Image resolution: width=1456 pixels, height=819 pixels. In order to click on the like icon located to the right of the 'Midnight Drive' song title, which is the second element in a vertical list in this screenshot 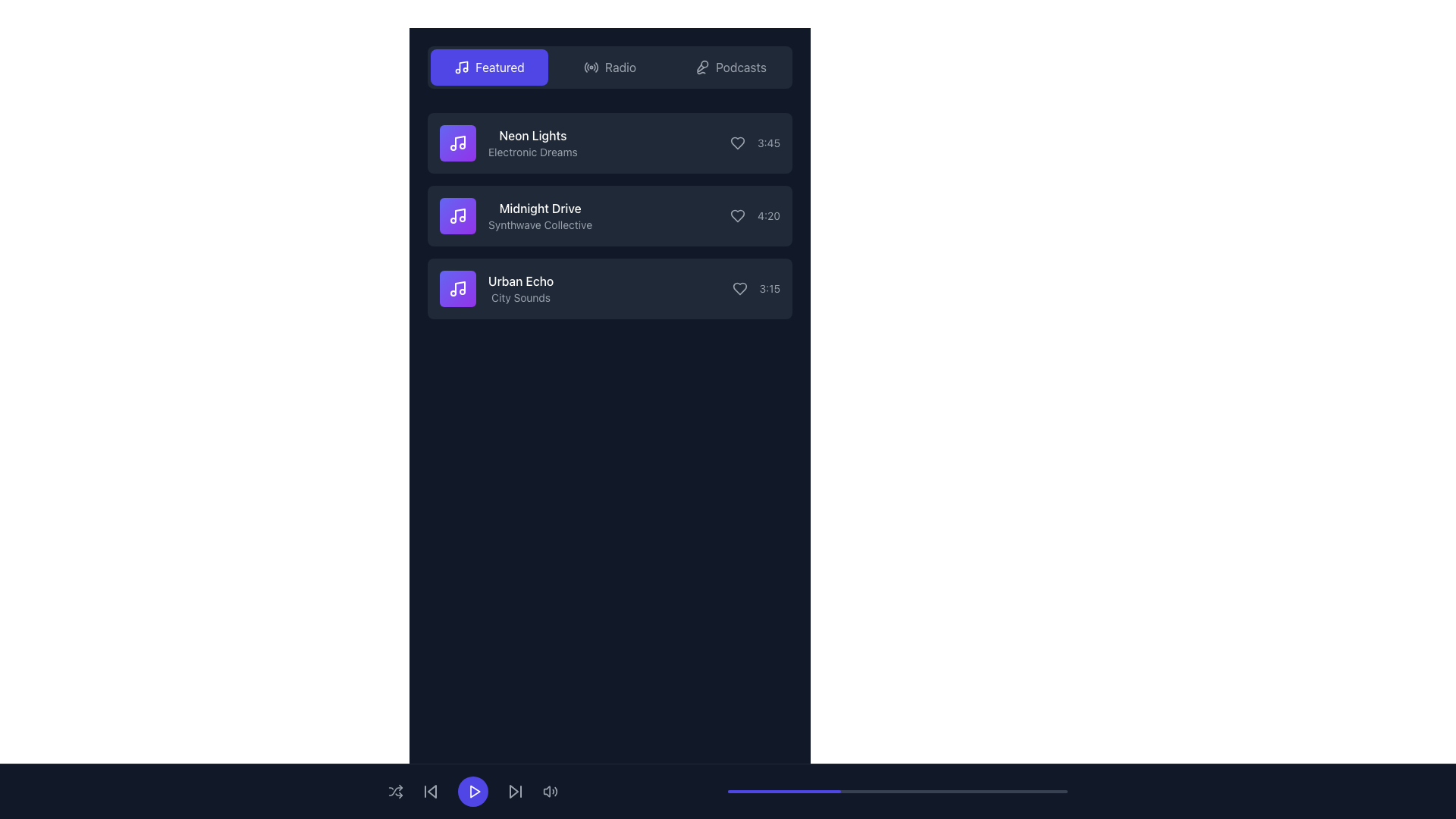, I will do `click(738, 216)`.